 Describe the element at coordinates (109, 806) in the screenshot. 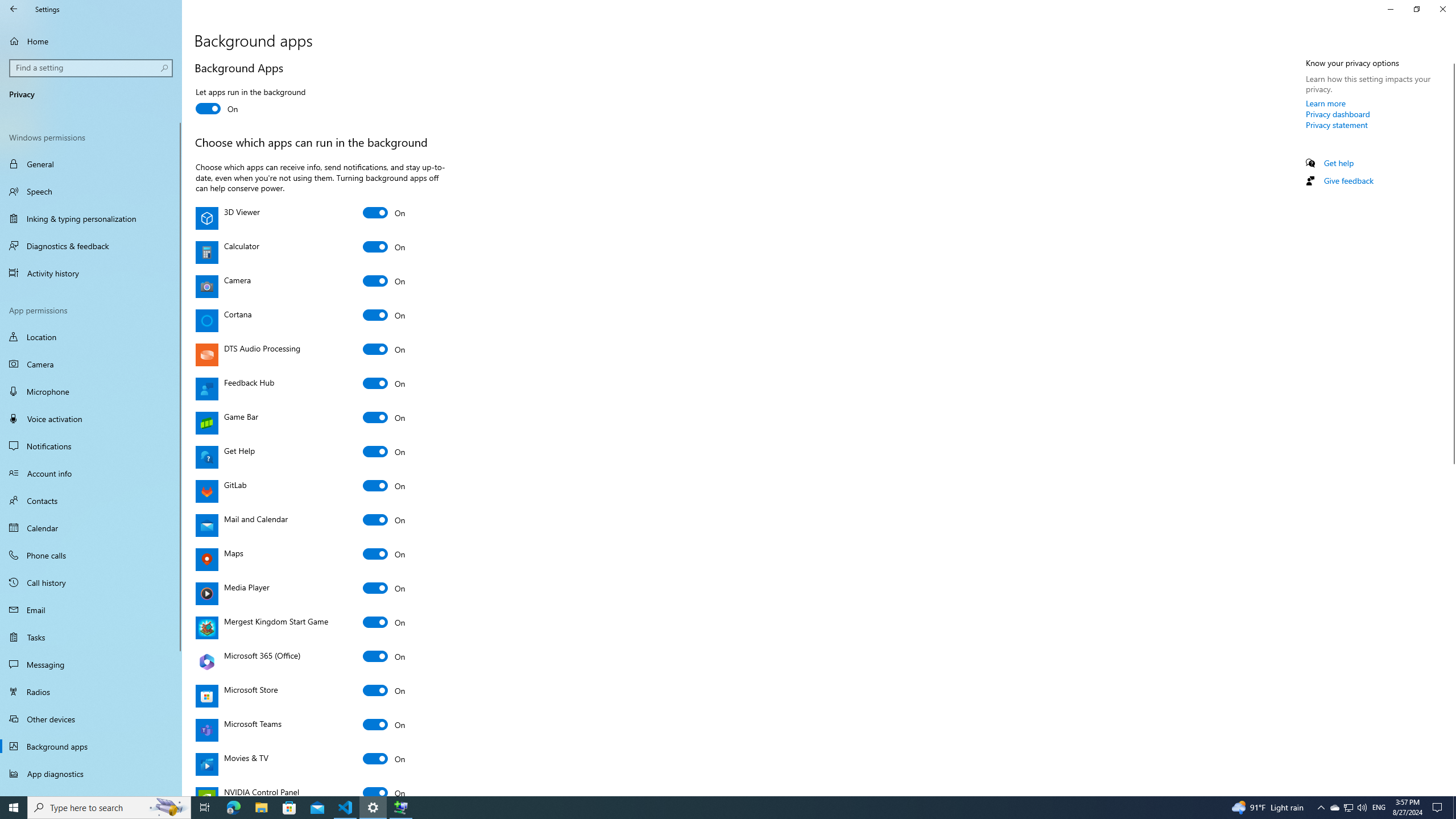

I see `'Type here to search'` at that location.